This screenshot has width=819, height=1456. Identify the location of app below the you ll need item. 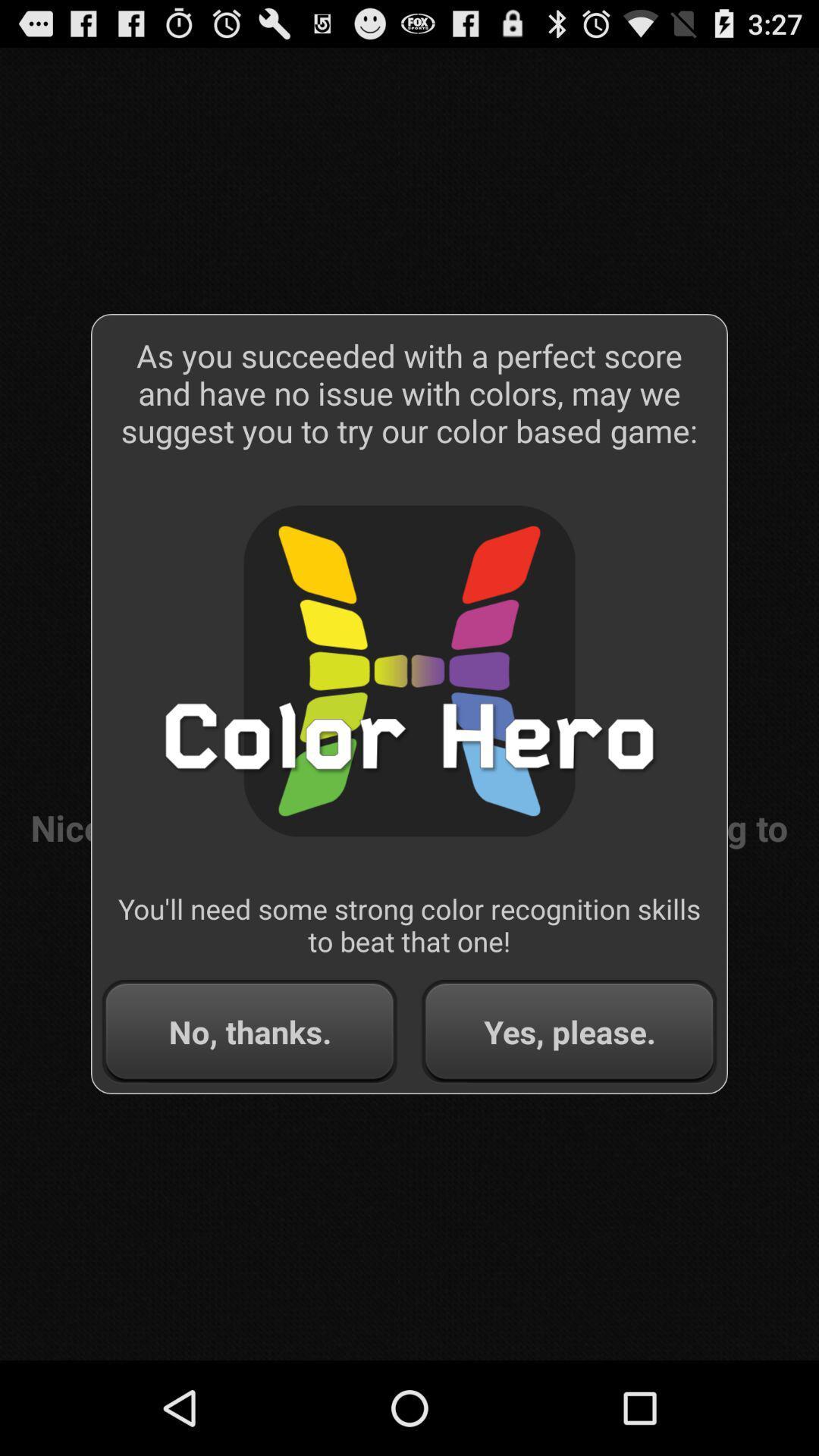
(569, 1031).